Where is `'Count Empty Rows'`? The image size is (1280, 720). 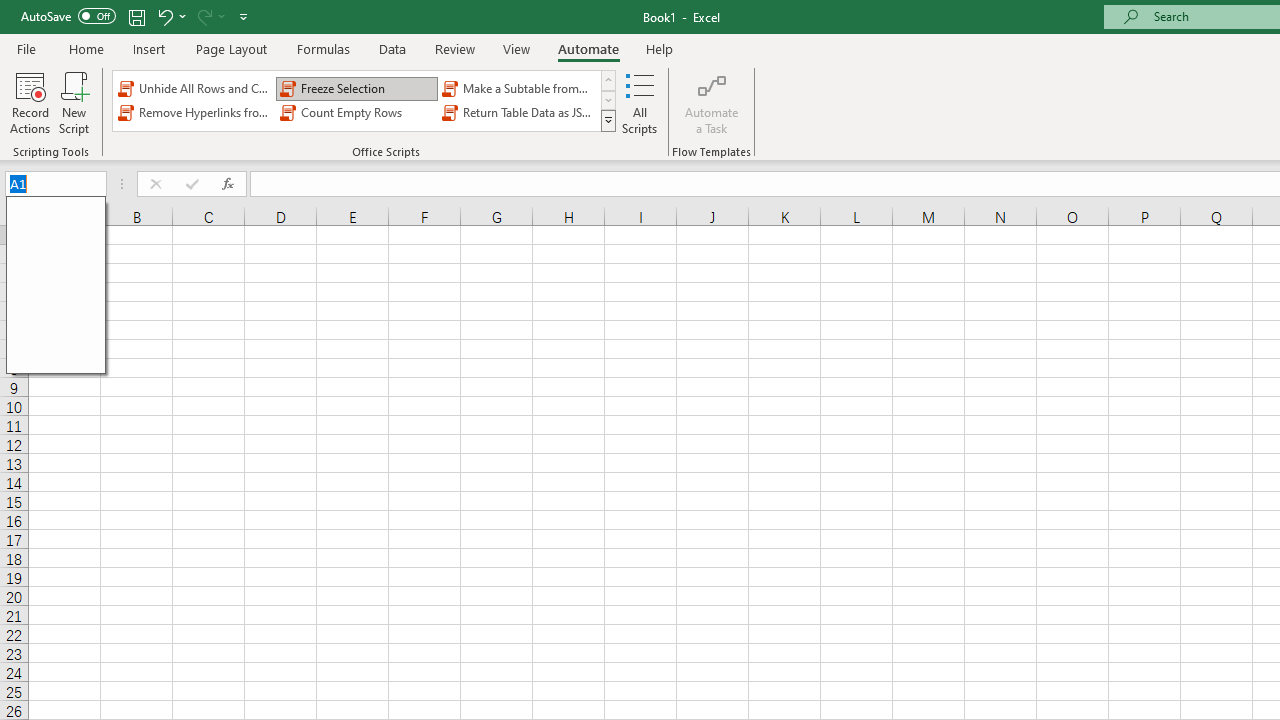
'Count Empty Rows' is located at coordinates (357, 113).